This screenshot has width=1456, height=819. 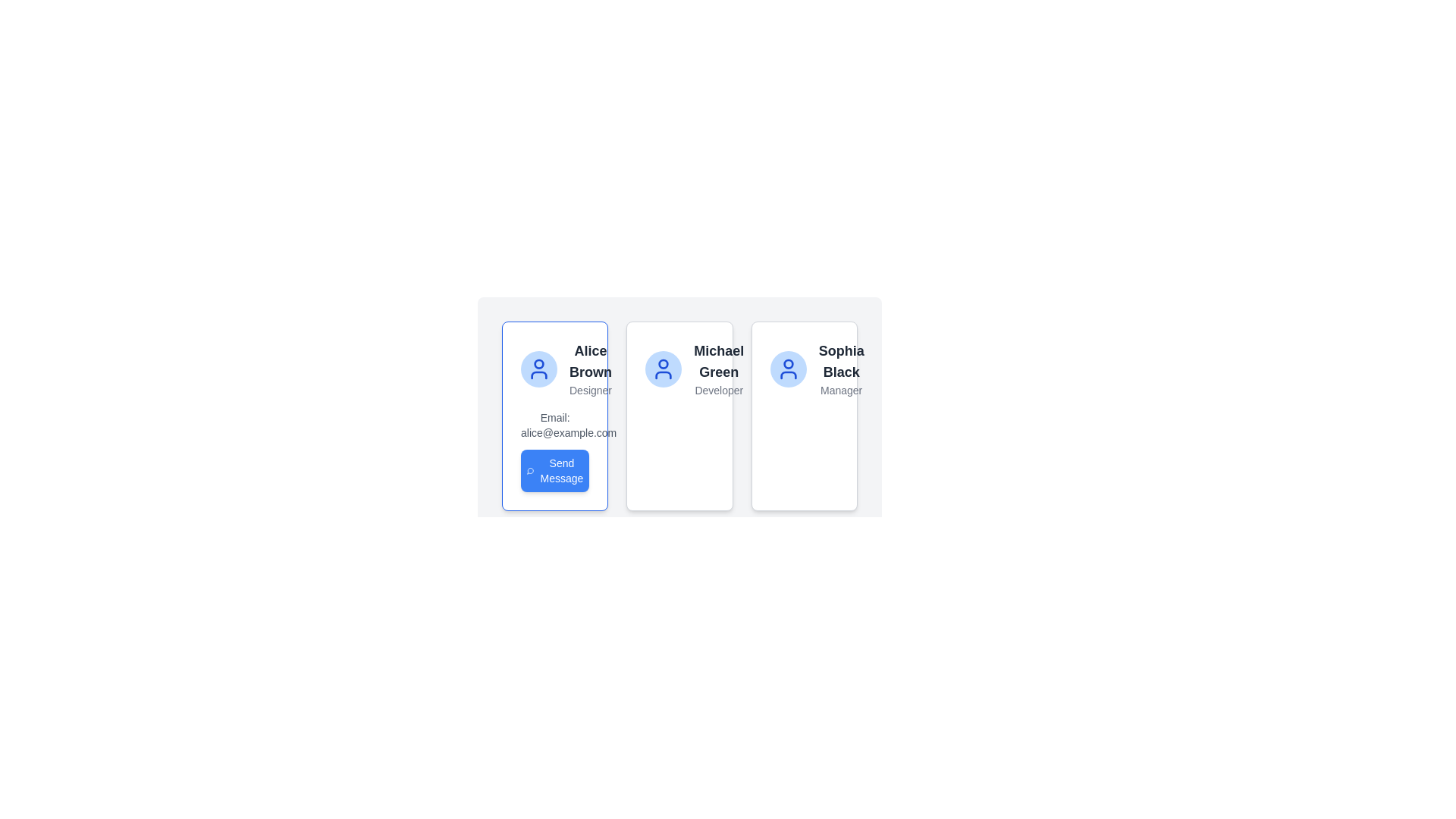 I want to click on the text label displaying 'Alice Brown' and 'Designer' located in the top section of the leftmost card, aligned with the avatar icon above and the email text field below, so click(x=589, y=369).